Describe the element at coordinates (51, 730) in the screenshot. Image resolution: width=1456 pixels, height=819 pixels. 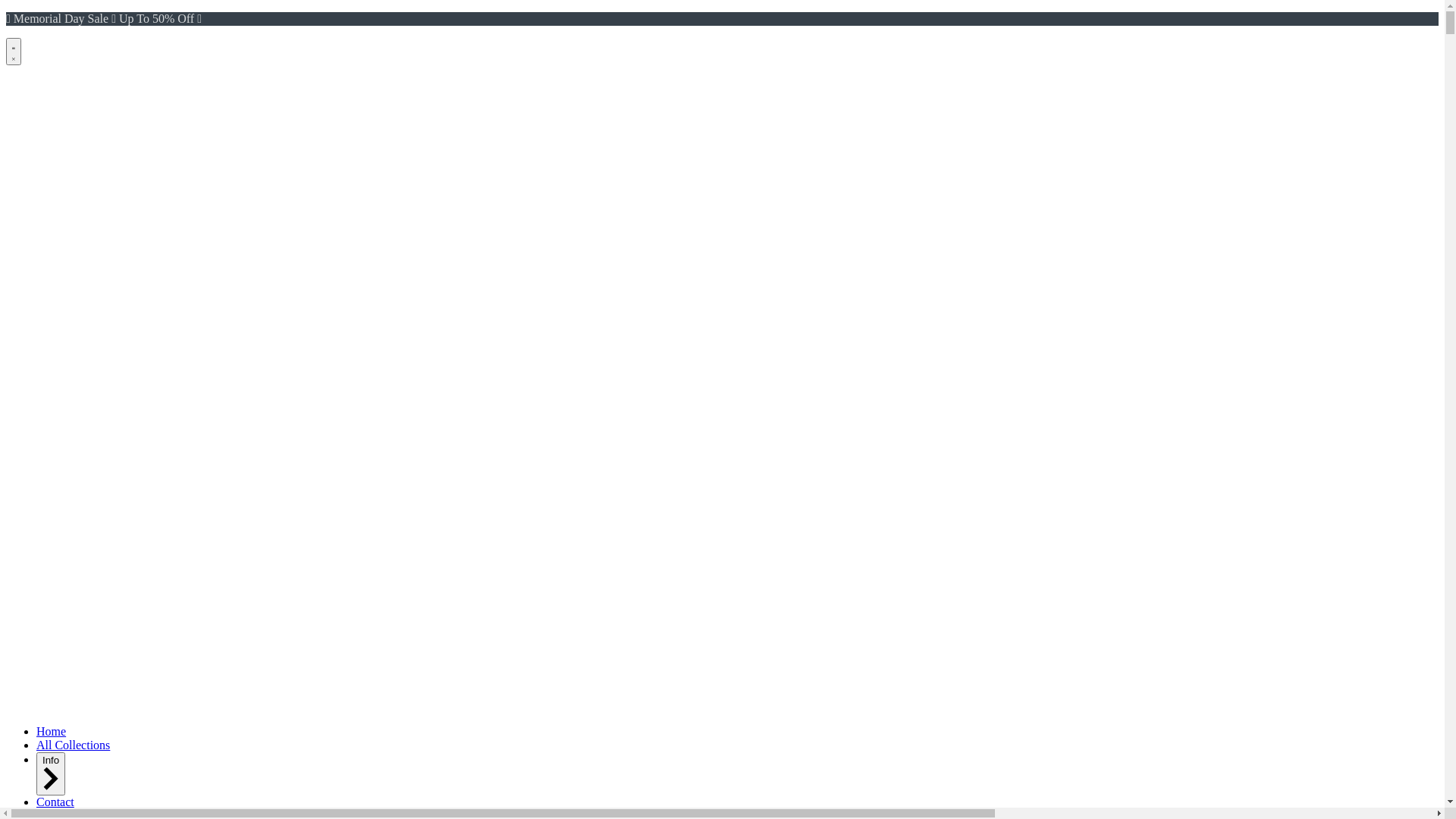
I see `'Home'` at that location.